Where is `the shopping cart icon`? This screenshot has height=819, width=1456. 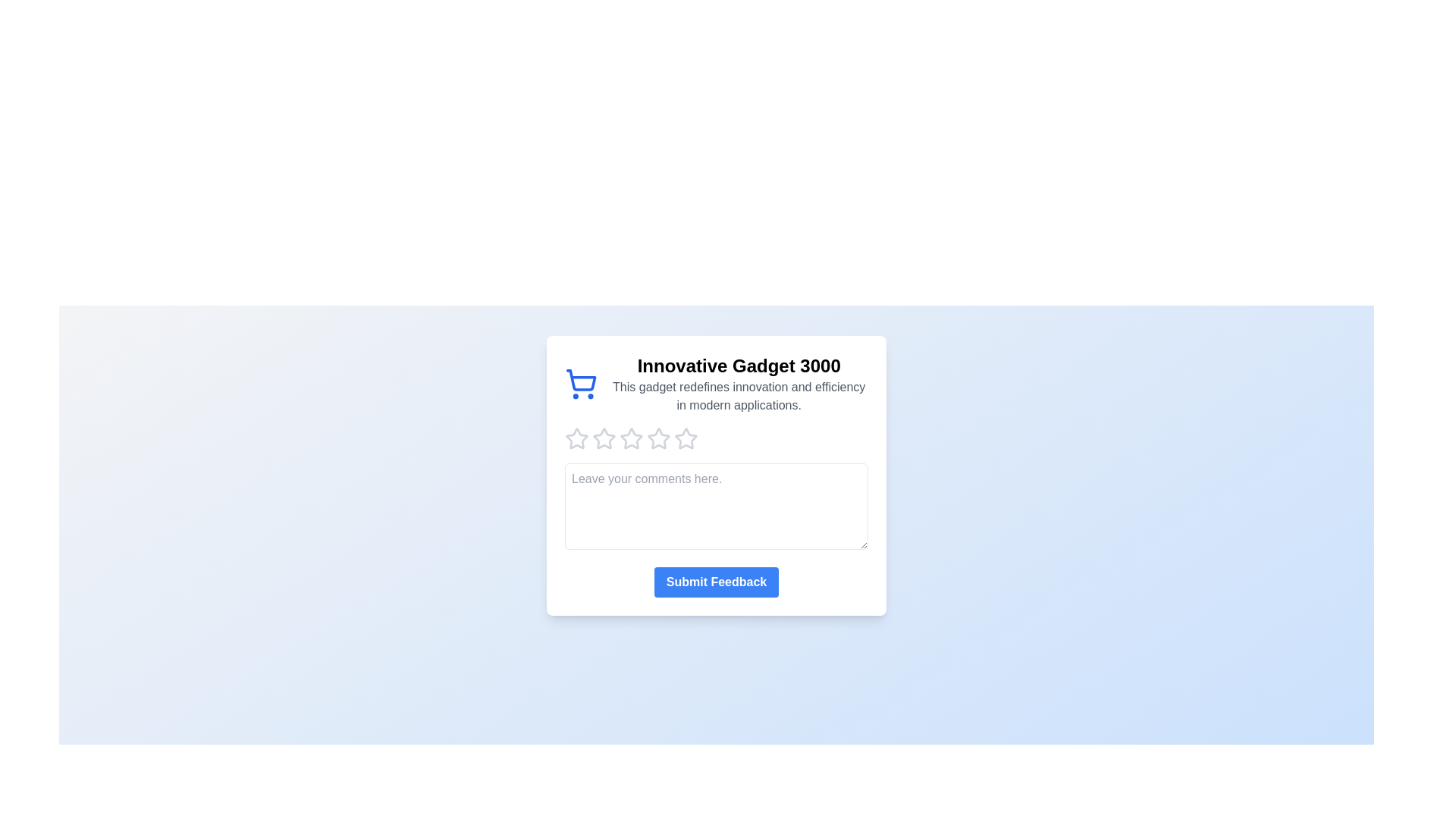 the shopping cart icon is located at coordinates (580, 383).